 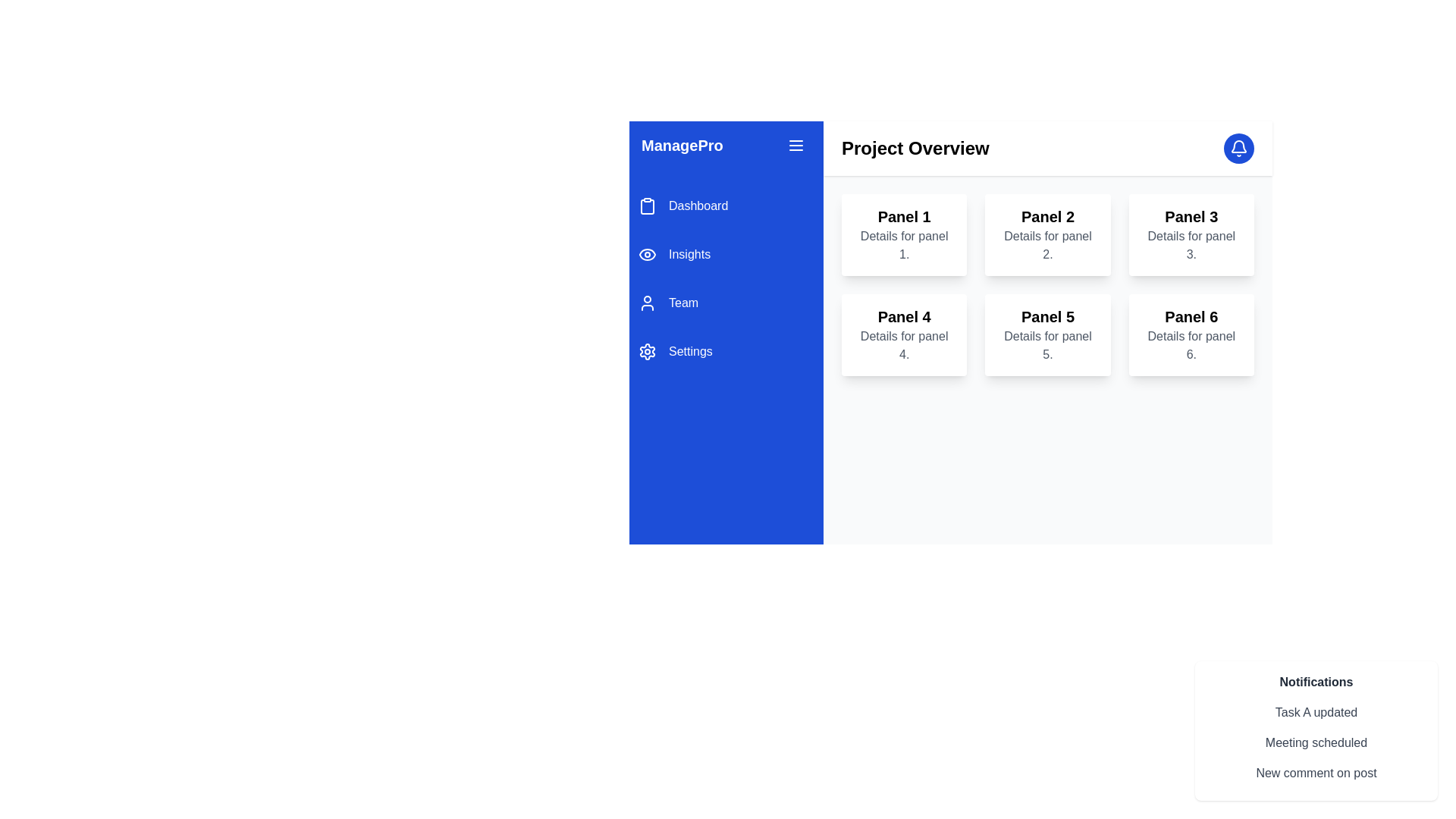 I want to click on the hamburger menu icon button located in the top portion of the interface, just to the right of the 'ManagePro' text in the blue sidebar, so click(x=795, y=146).